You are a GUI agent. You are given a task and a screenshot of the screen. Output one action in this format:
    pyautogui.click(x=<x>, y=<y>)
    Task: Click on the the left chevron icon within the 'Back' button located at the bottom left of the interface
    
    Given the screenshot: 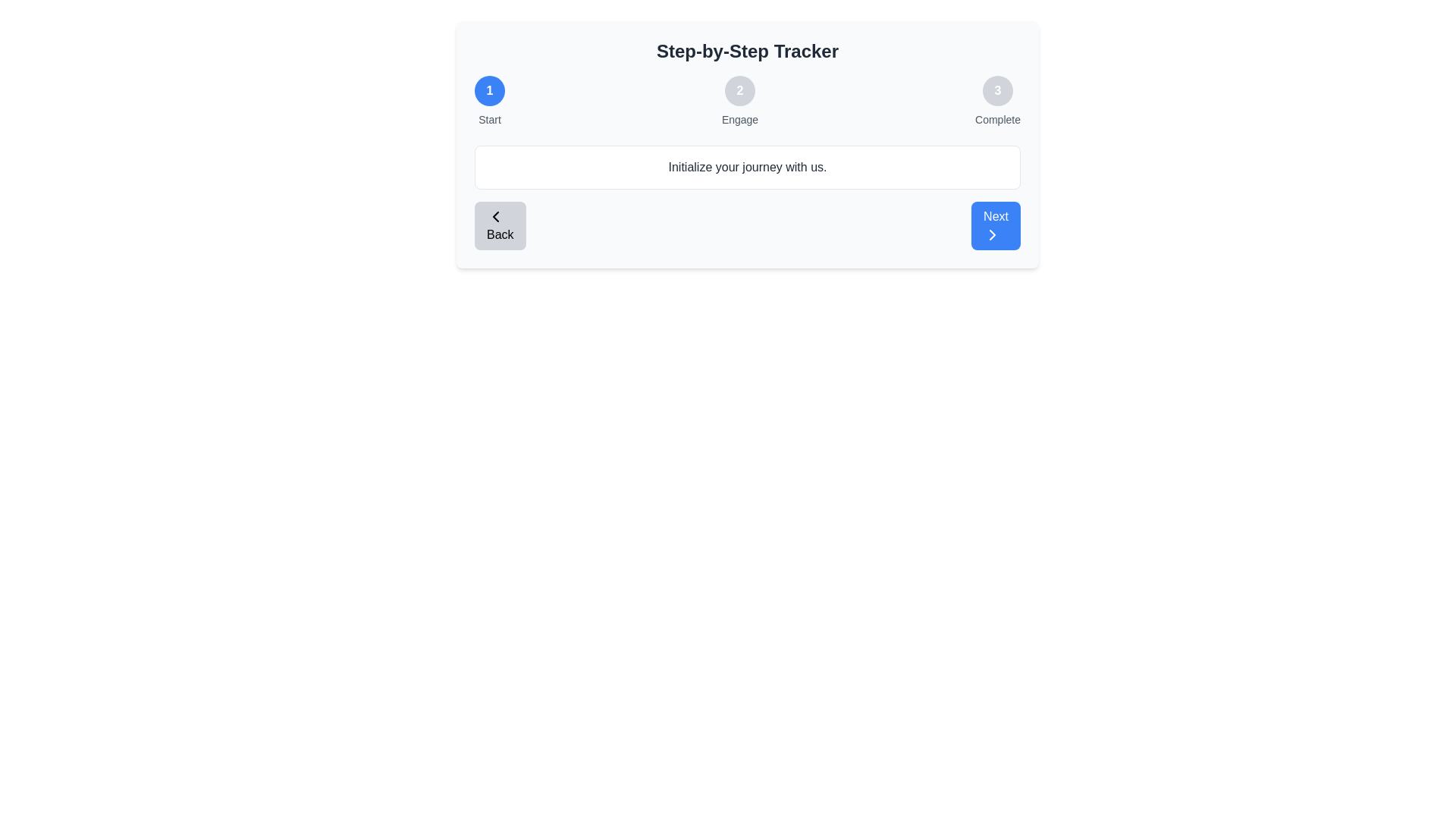 What is the action you would take?
    pyautogui.click(x=495, y=216)
    